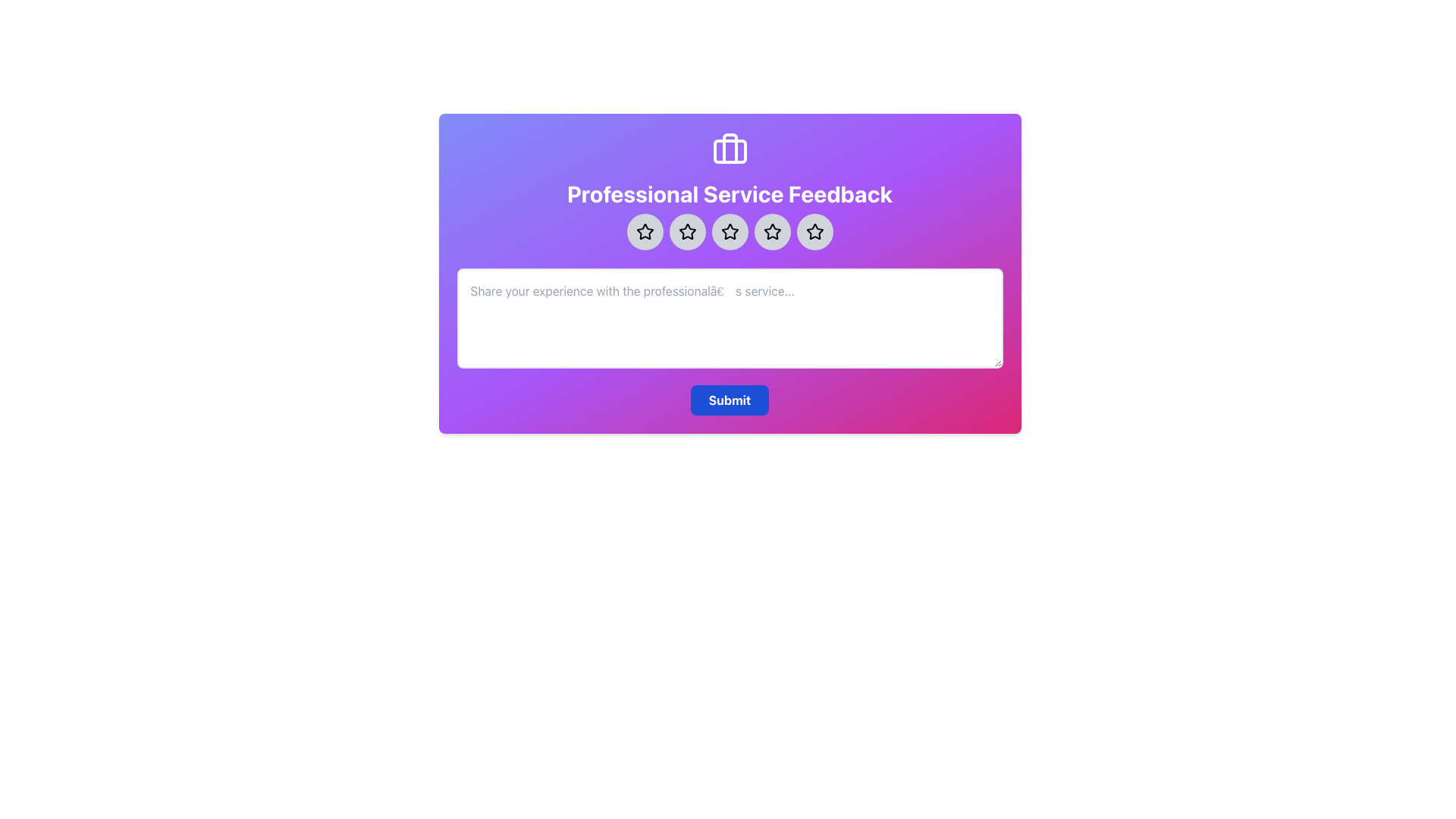  What do you see at coordinates (772, 231) in the screenshot?
I see `the fourth star icon in the rating system to record a rating point` at bounding box center [772, 231].